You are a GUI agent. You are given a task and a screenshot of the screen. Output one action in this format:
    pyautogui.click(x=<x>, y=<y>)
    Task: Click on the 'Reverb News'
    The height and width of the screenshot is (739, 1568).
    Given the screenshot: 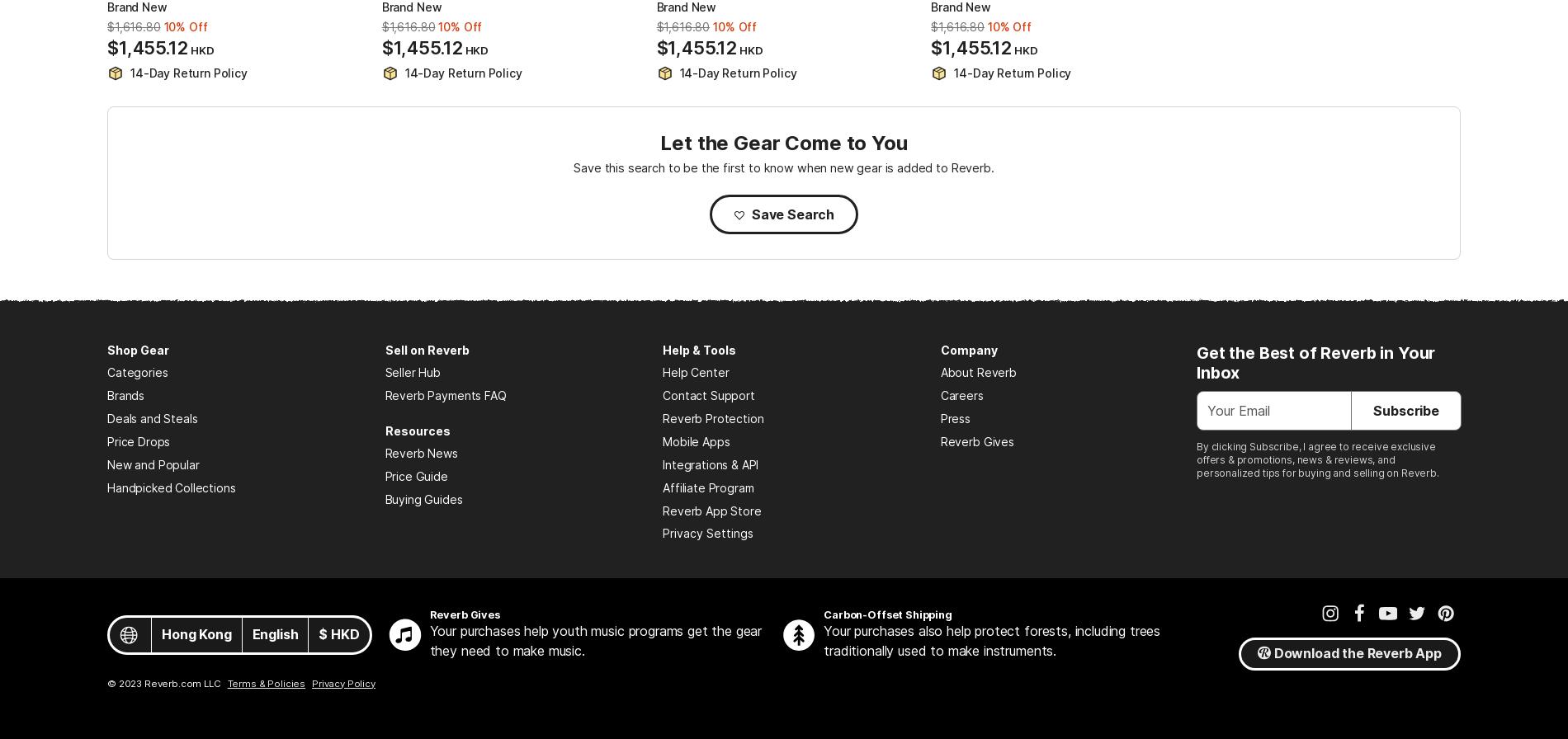 What is the action you would take?
    pyautogui.click(x=420, y=453)
    